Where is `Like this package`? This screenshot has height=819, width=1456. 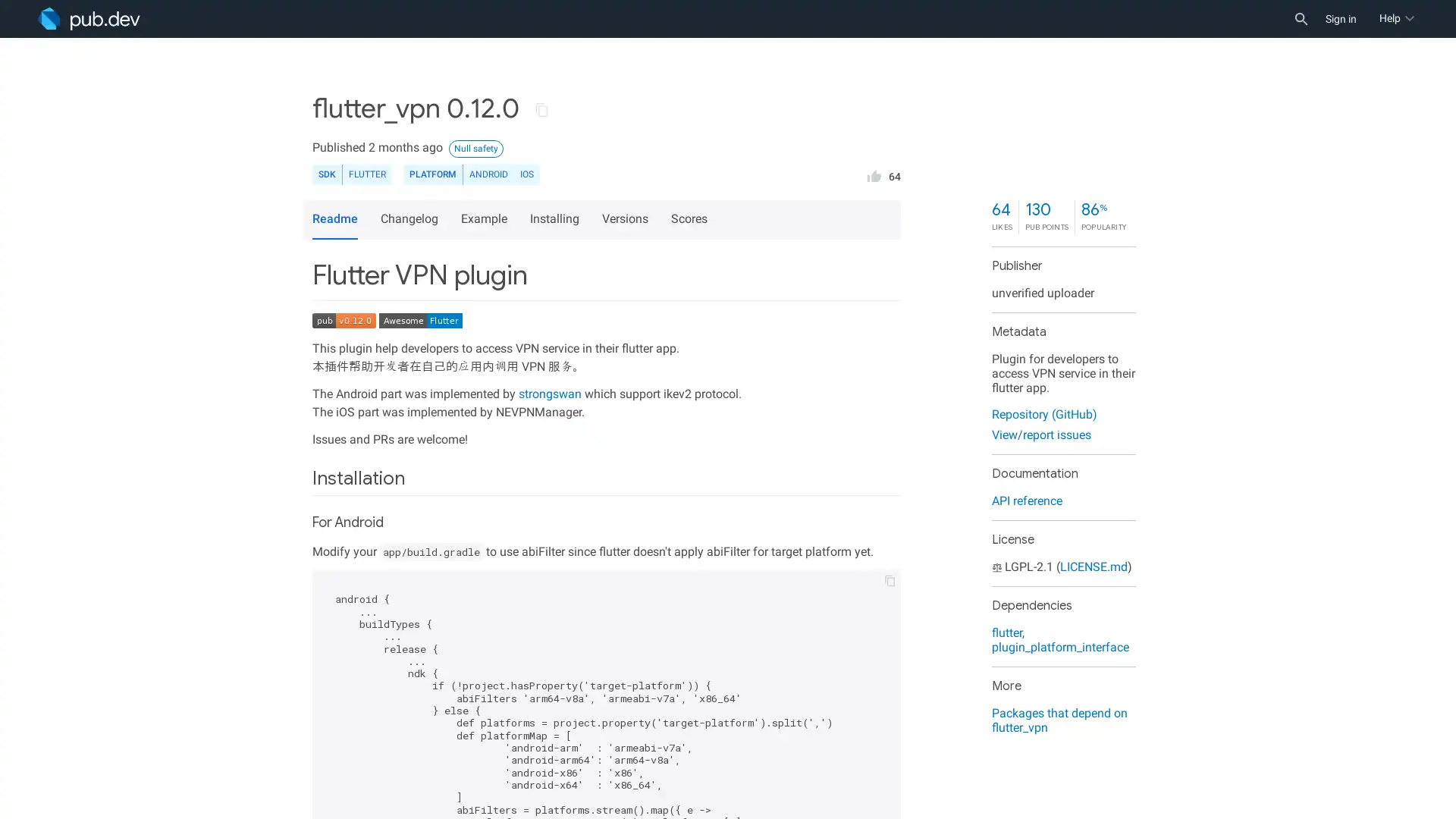
Like this package is located at coordinates (874, 174).